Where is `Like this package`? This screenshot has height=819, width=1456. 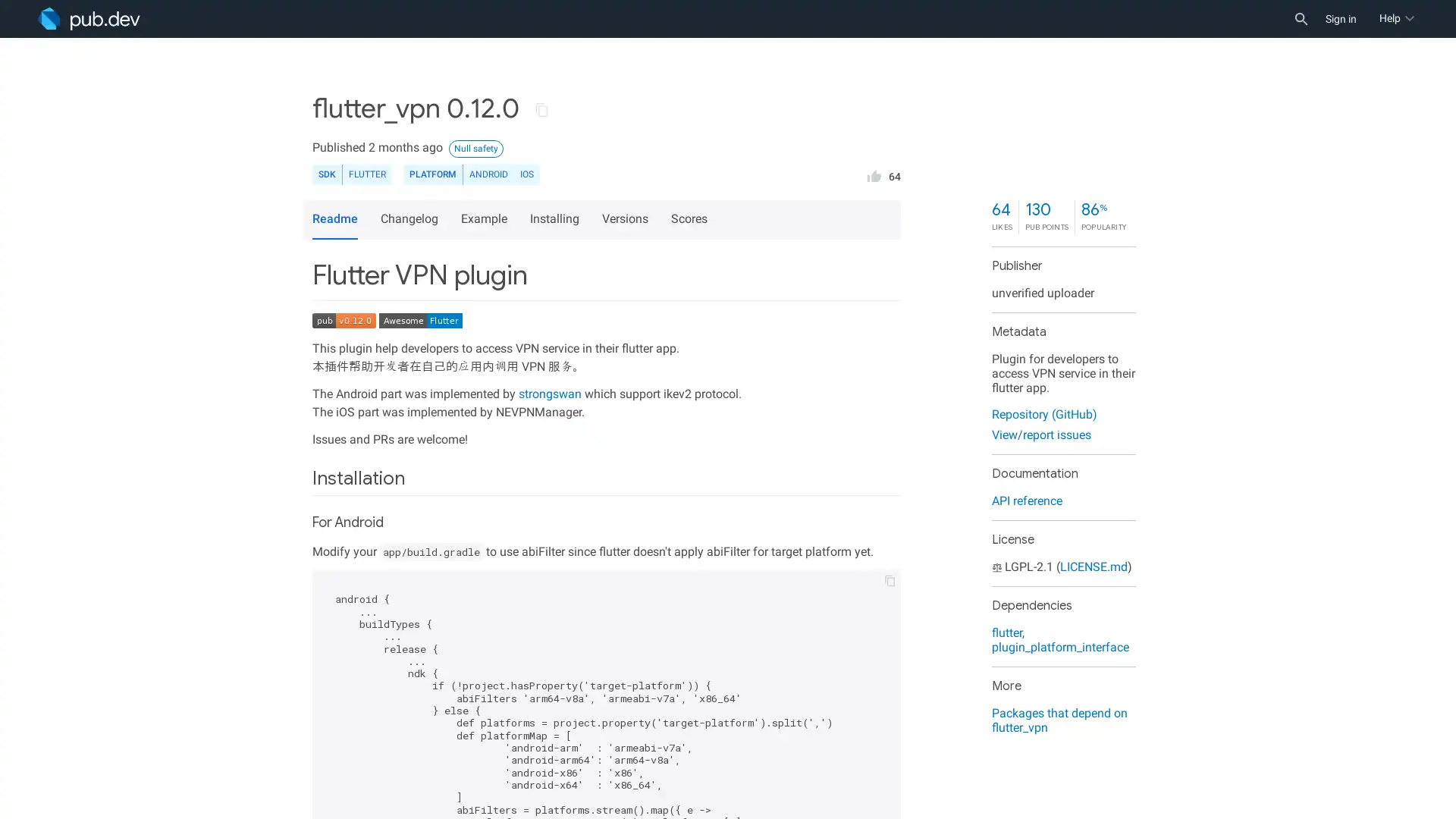
Like this package is located at coordinates (874, 174).